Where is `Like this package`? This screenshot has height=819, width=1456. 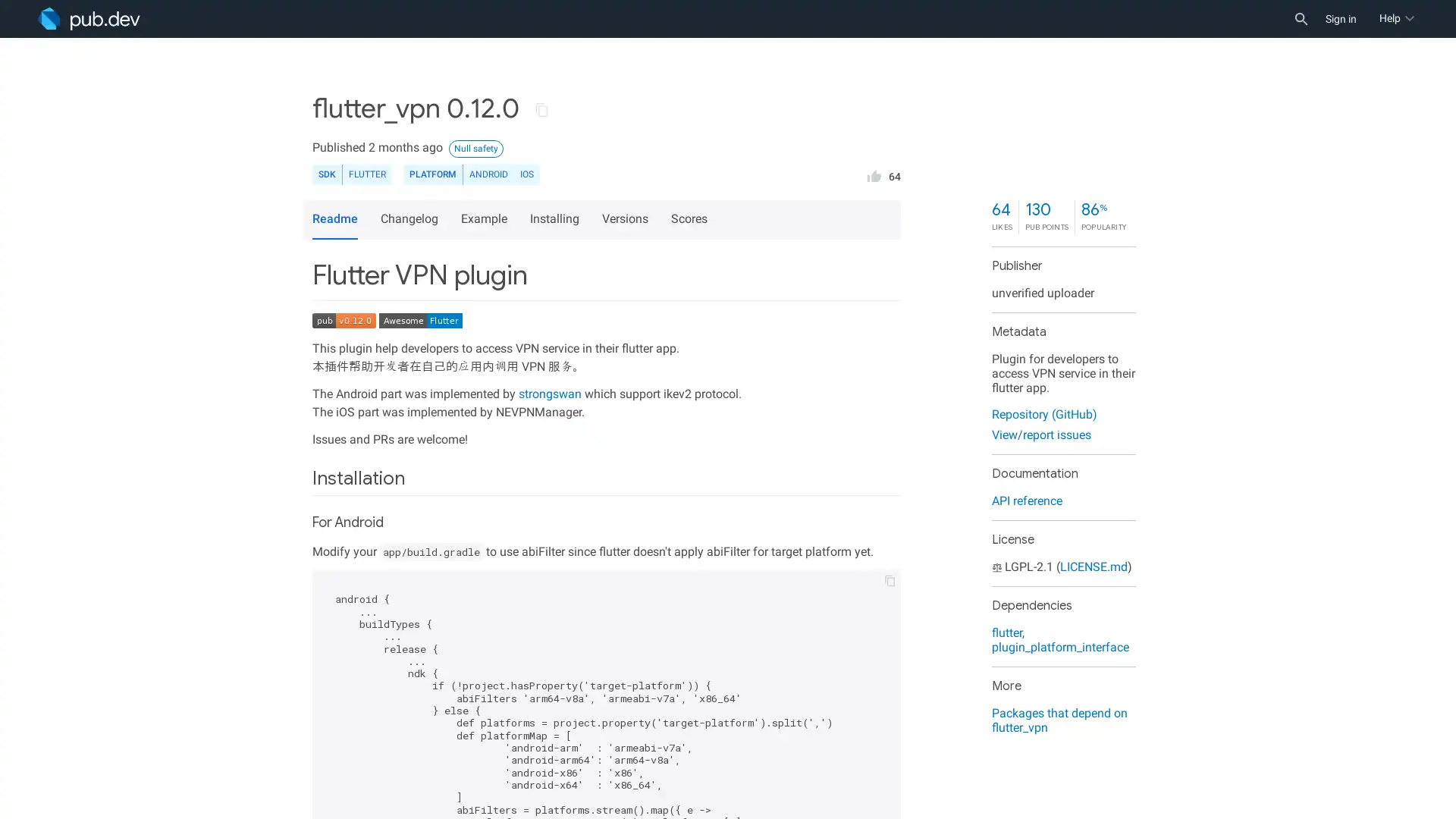
Like this package is located at coordinates (874, 174).